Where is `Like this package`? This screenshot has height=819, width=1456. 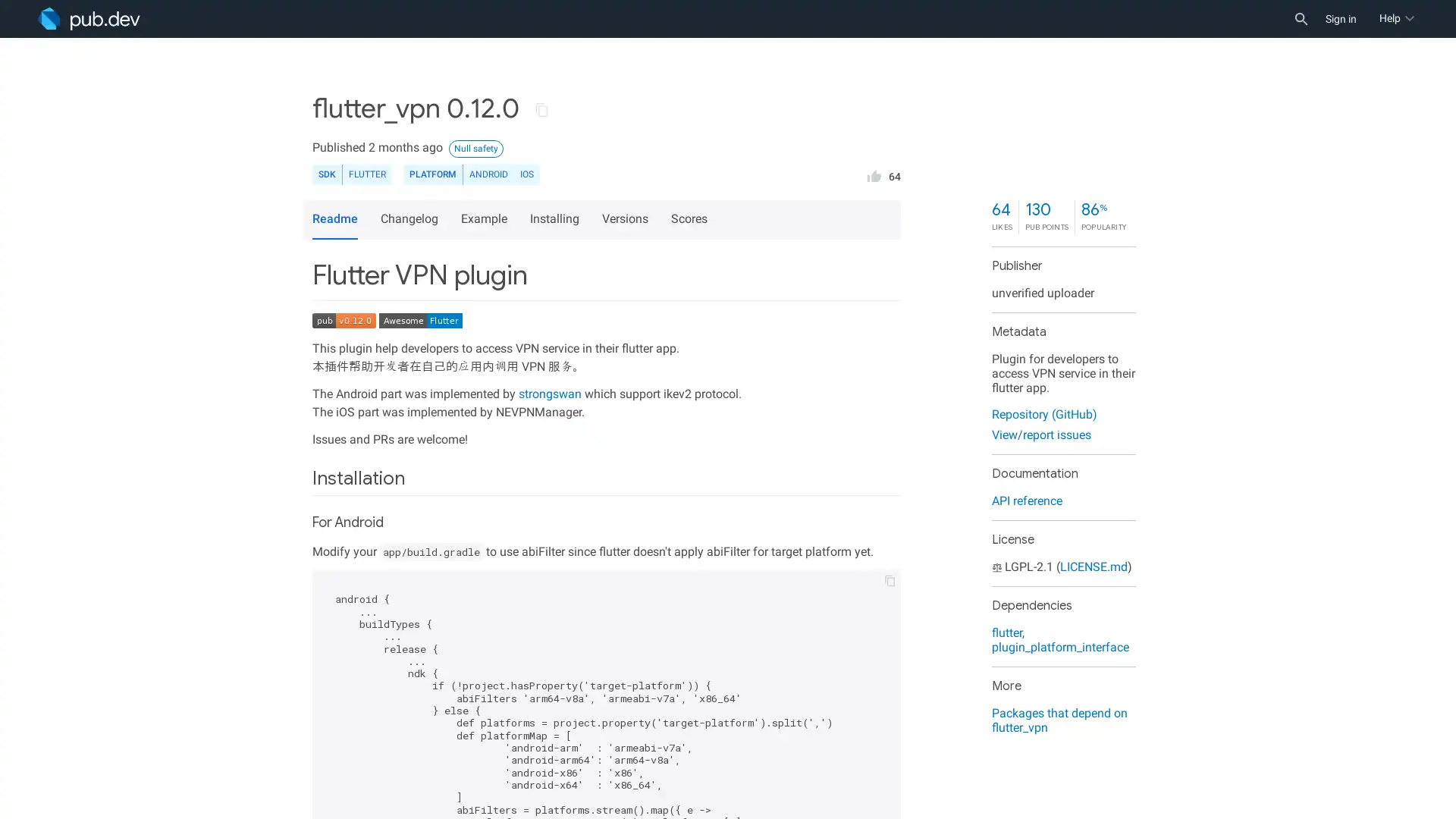
Like this package is located at coordinates (874, 174).